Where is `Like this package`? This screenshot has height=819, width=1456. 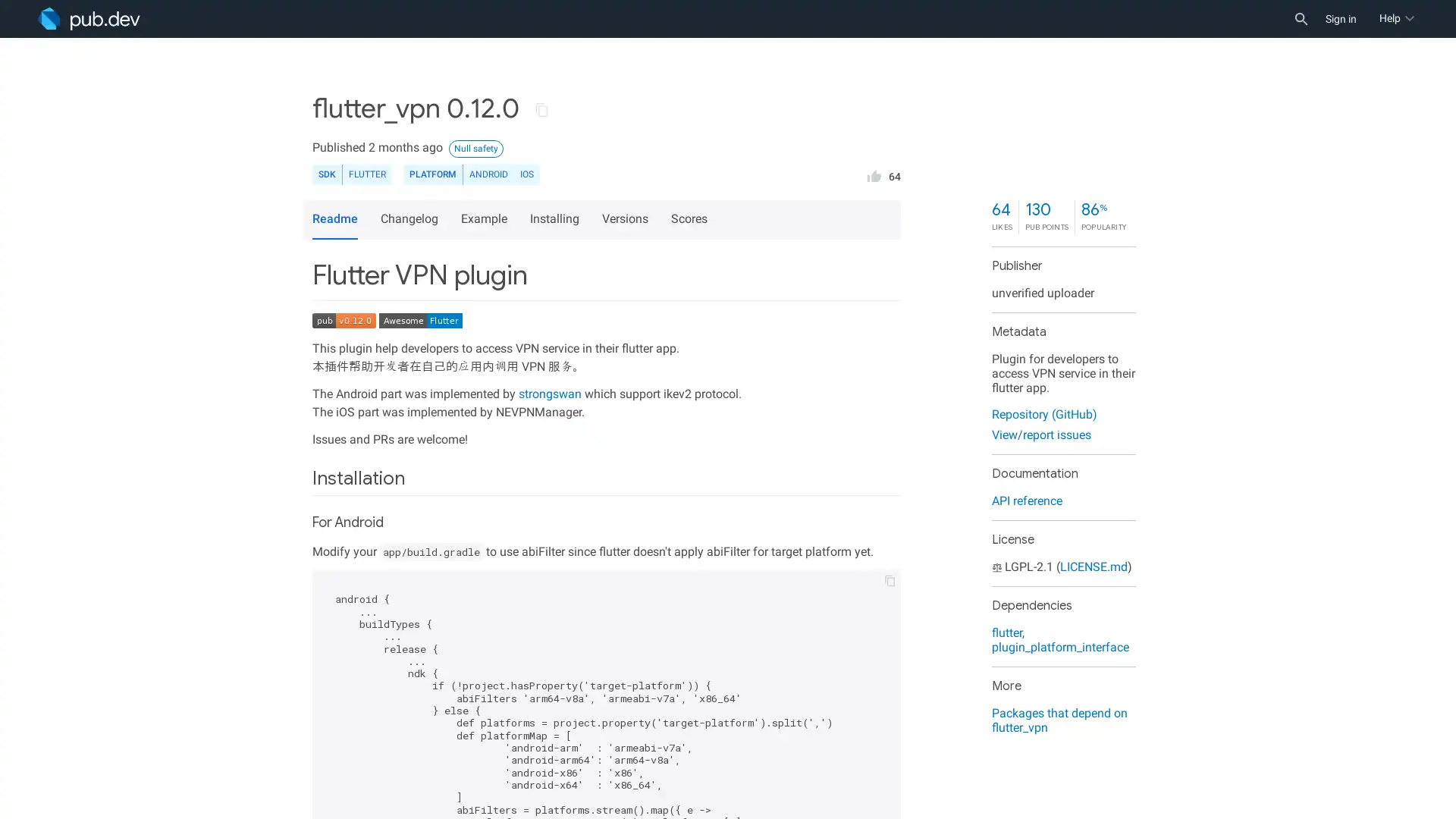
Like this package is located at coordinates (874, 174).